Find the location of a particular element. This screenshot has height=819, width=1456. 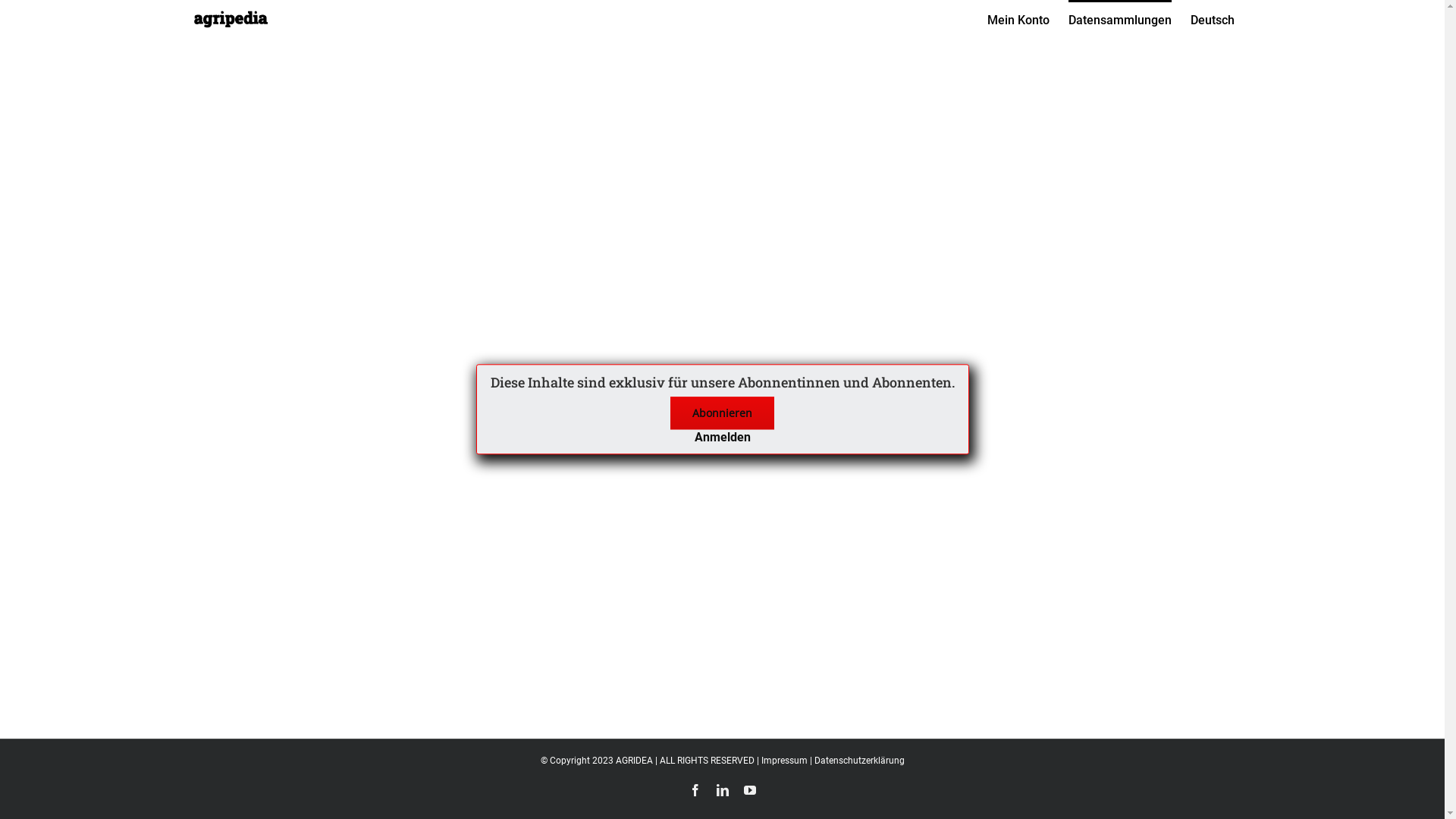

'Anmelden' is located at coordinates (722, 437).